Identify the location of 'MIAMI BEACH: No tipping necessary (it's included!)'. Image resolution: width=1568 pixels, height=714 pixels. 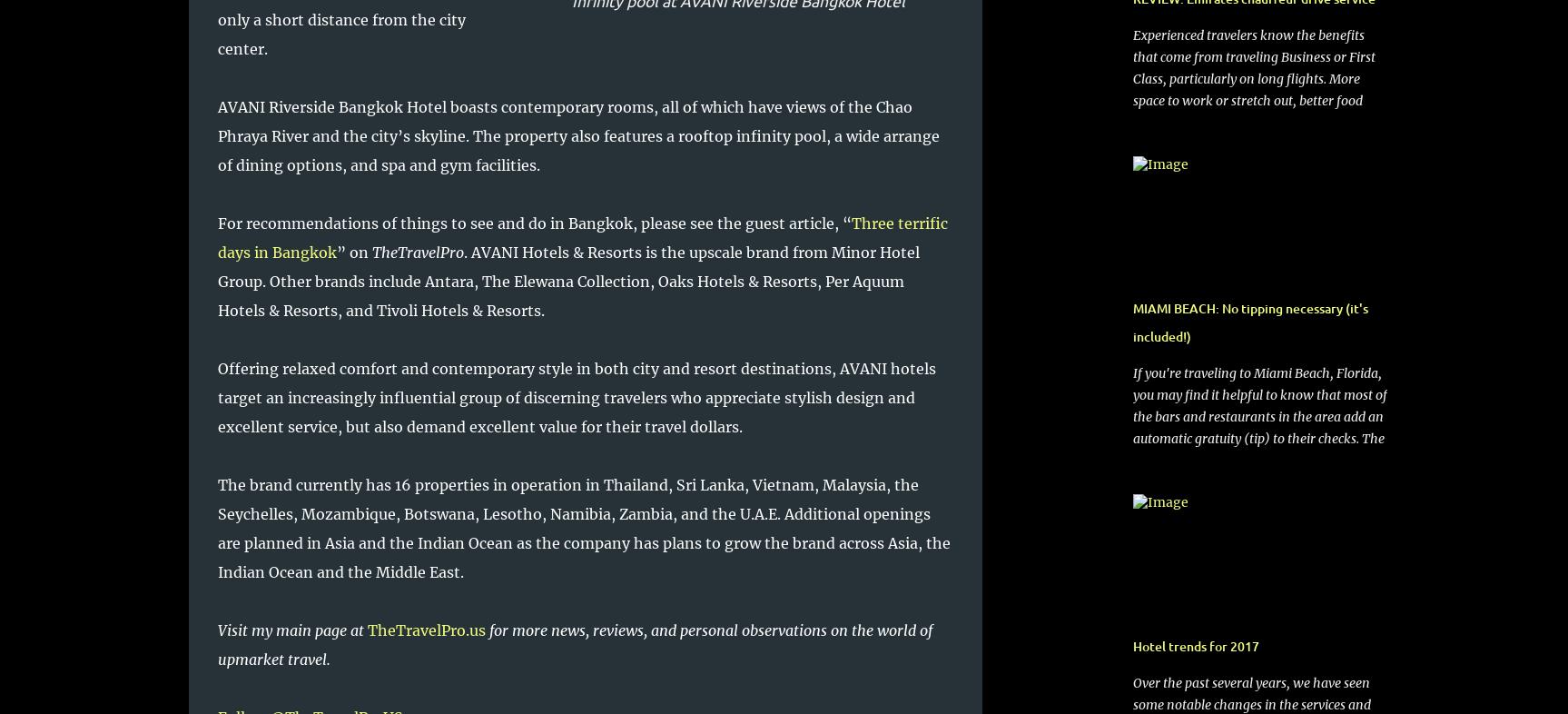
(1249, 322).